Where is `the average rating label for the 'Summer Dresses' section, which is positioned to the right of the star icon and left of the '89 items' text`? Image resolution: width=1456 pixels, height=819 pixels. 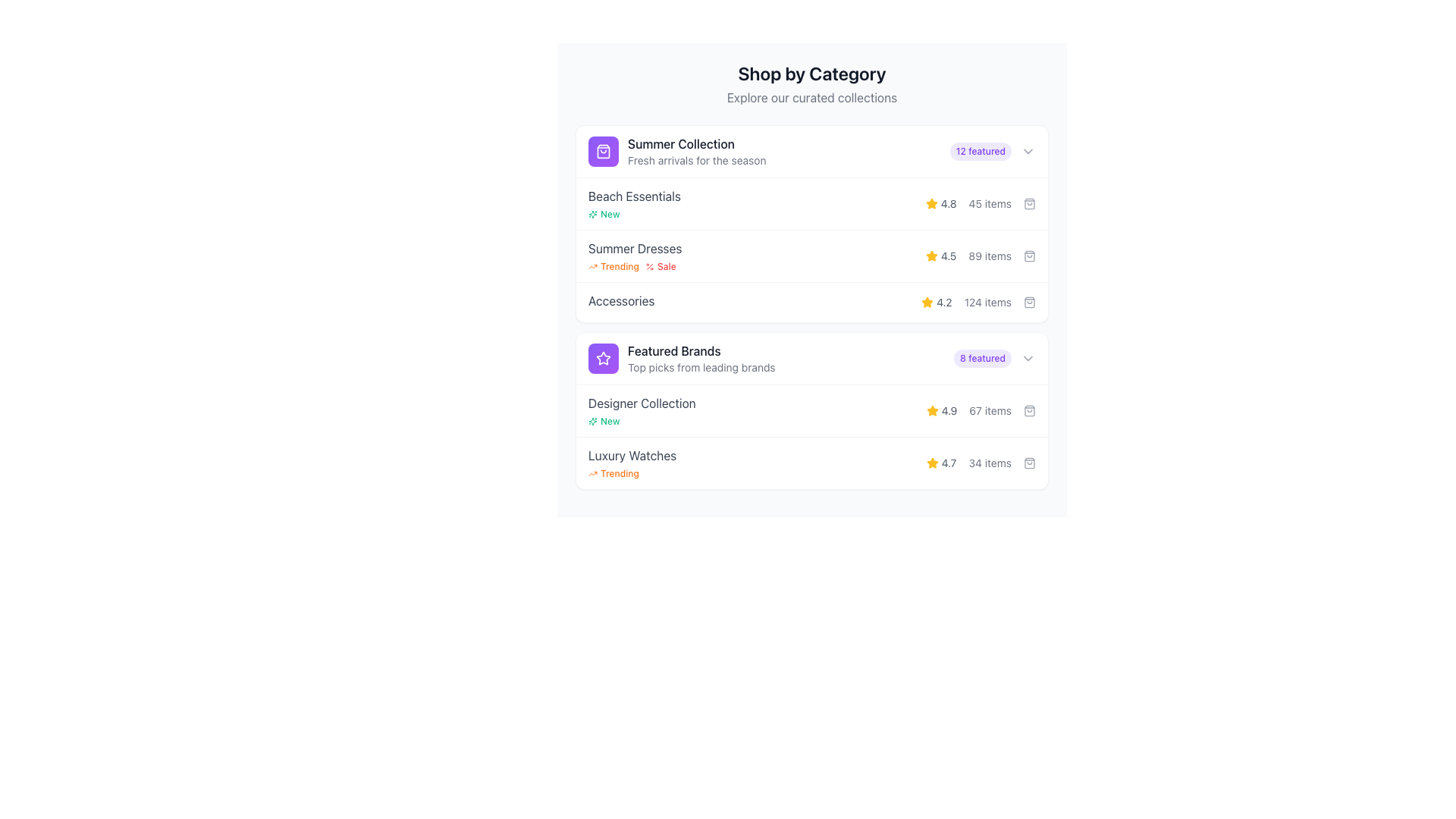 the average rating label for the 'Summer Dresses' section, which is positioned to the right of the star icon and left of the '89 items' text is located at coordinates (940, 256).